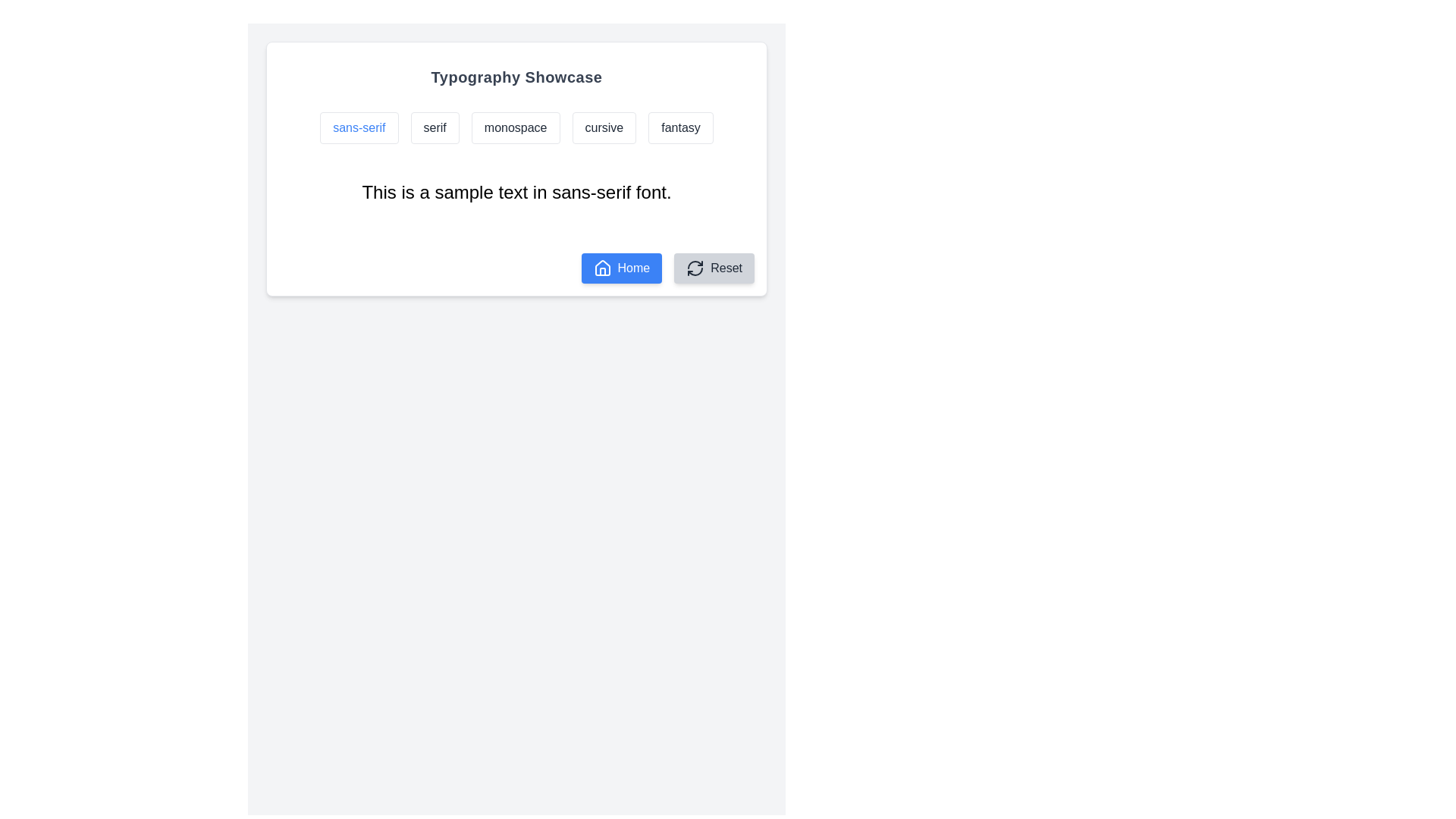 The width and height of the screenshot is (1456, 819). What do you see at coordinates (603, 127) in the screenshot?
I see `the fourth button in the font selection interface` at bounding box center [603, 127].